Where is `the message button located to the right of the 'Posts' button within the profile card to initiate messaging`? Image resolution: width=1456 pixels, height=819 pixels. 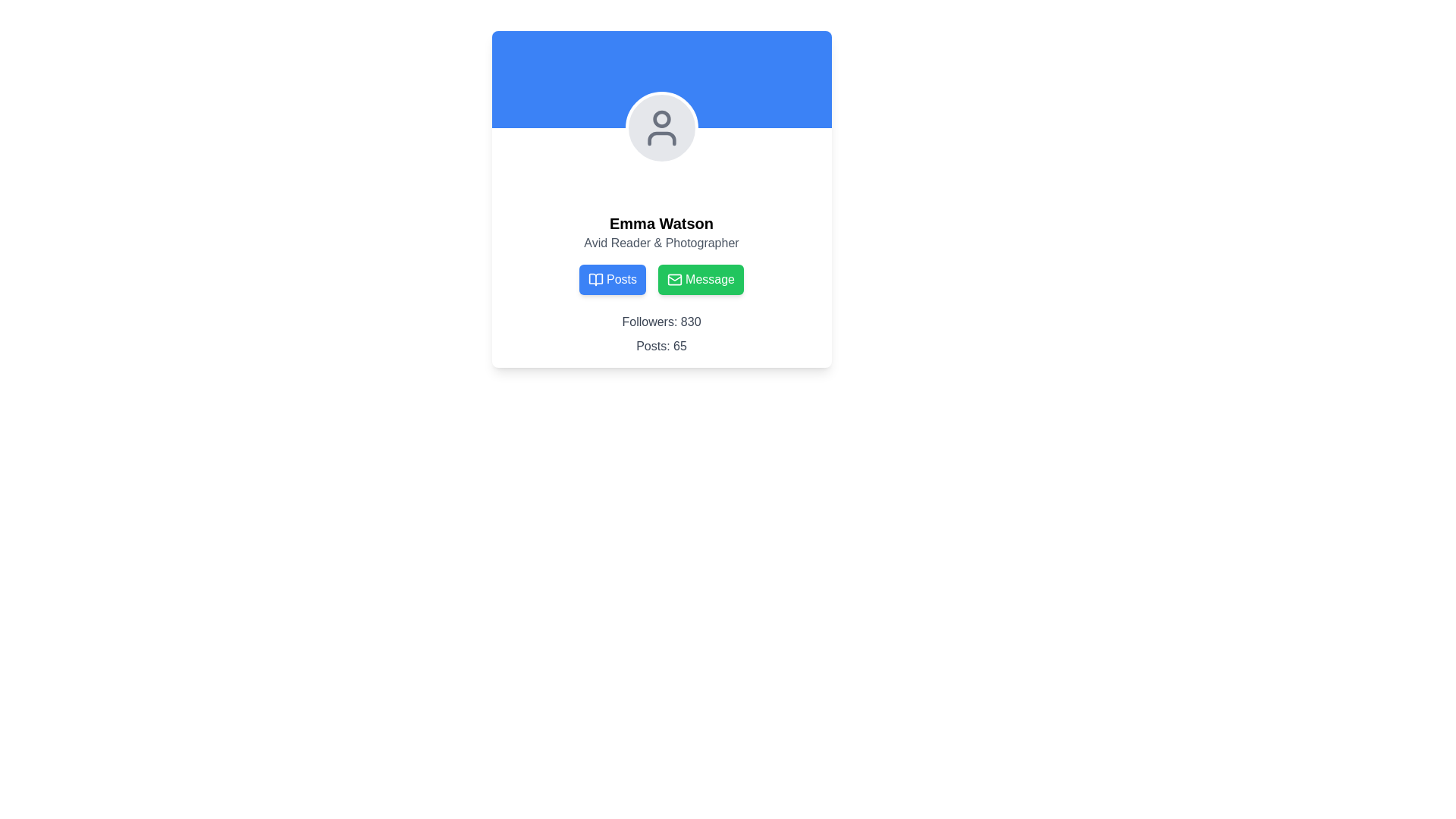
the message button located to the right of the 'Posts' button within the profile card to initiate messaging is located at coordinates (700, 280).